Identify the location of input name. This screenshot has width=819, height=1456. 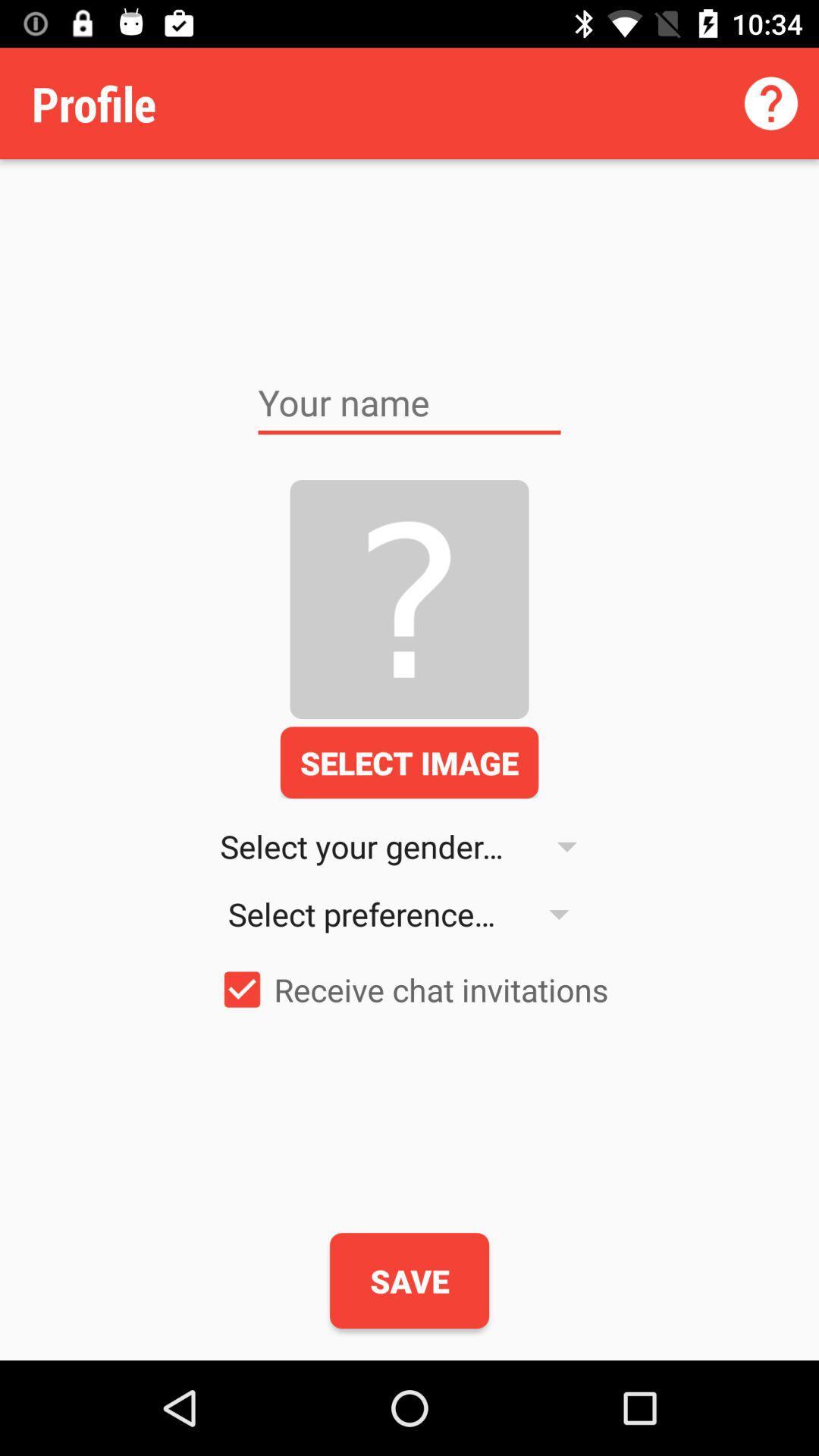
(409, 403).